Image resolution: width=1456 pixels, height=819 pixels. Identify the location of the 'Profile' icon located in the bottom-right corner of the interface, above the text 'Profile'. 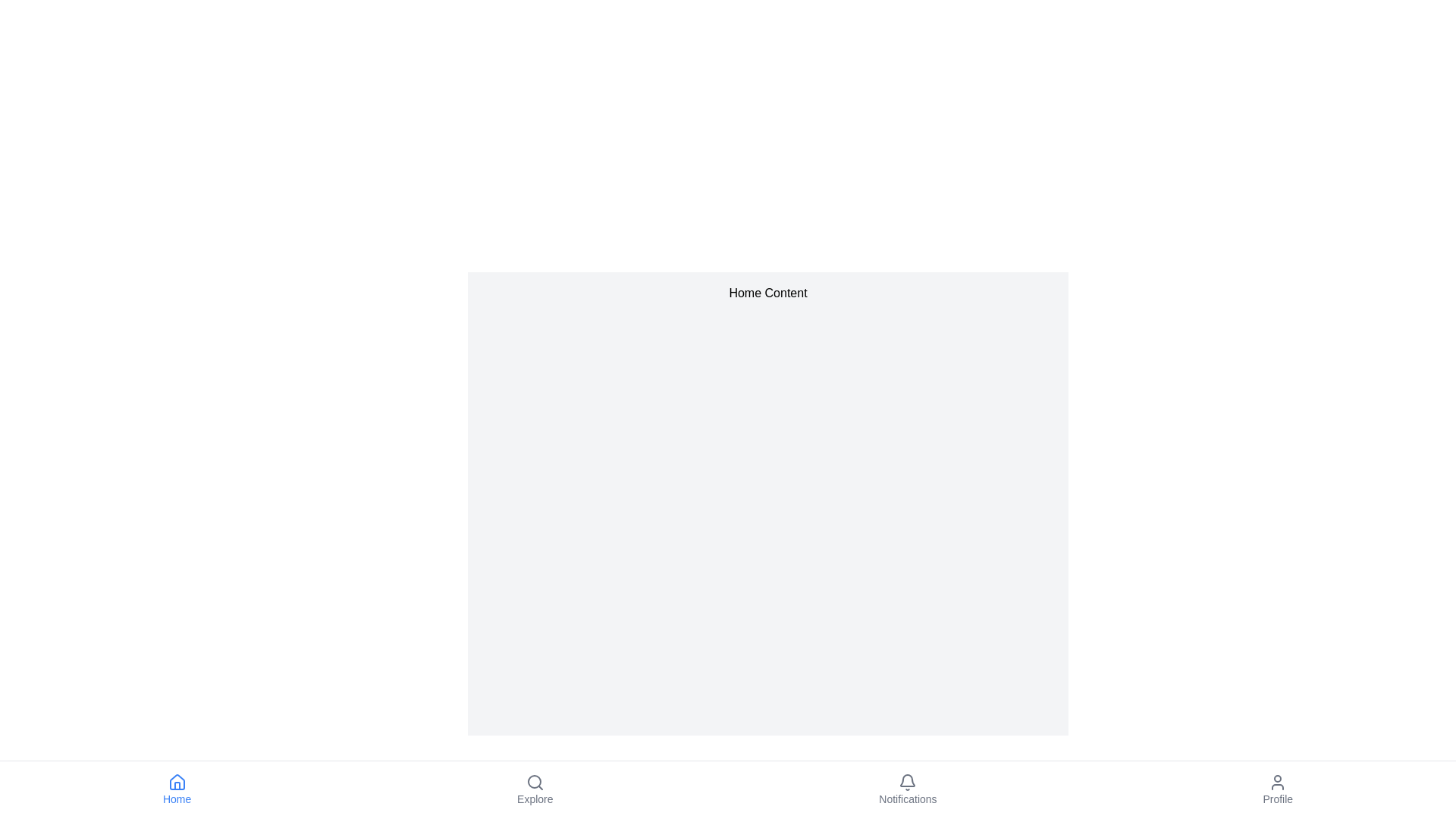
(1277, 783).